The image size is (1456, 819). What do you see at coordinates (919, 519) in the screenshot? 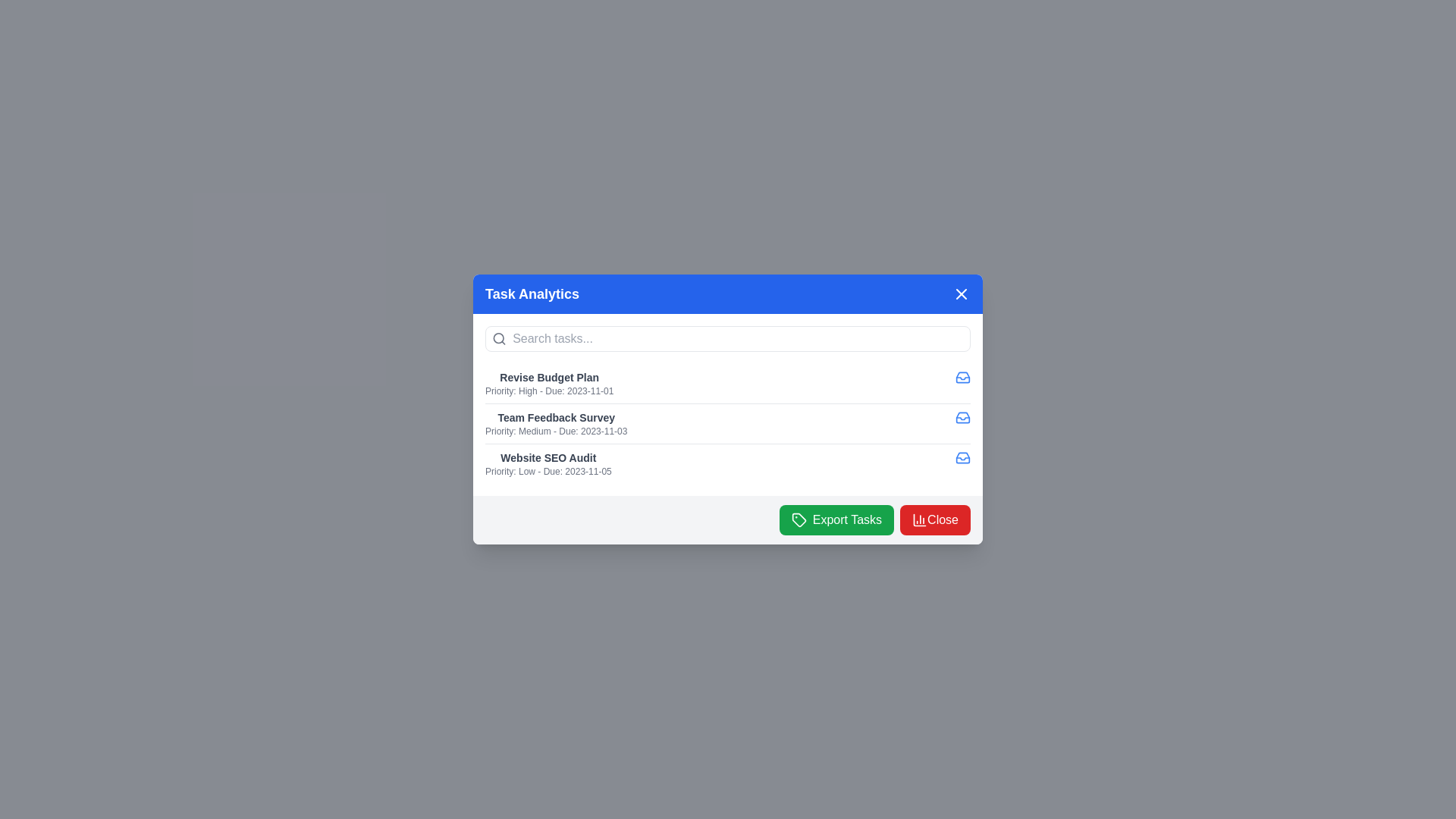
I see `the 'Close' button icon located at the bottom right corner of the modal, specifically to the left of the text 'Close'` at bounding box center [919, 519].